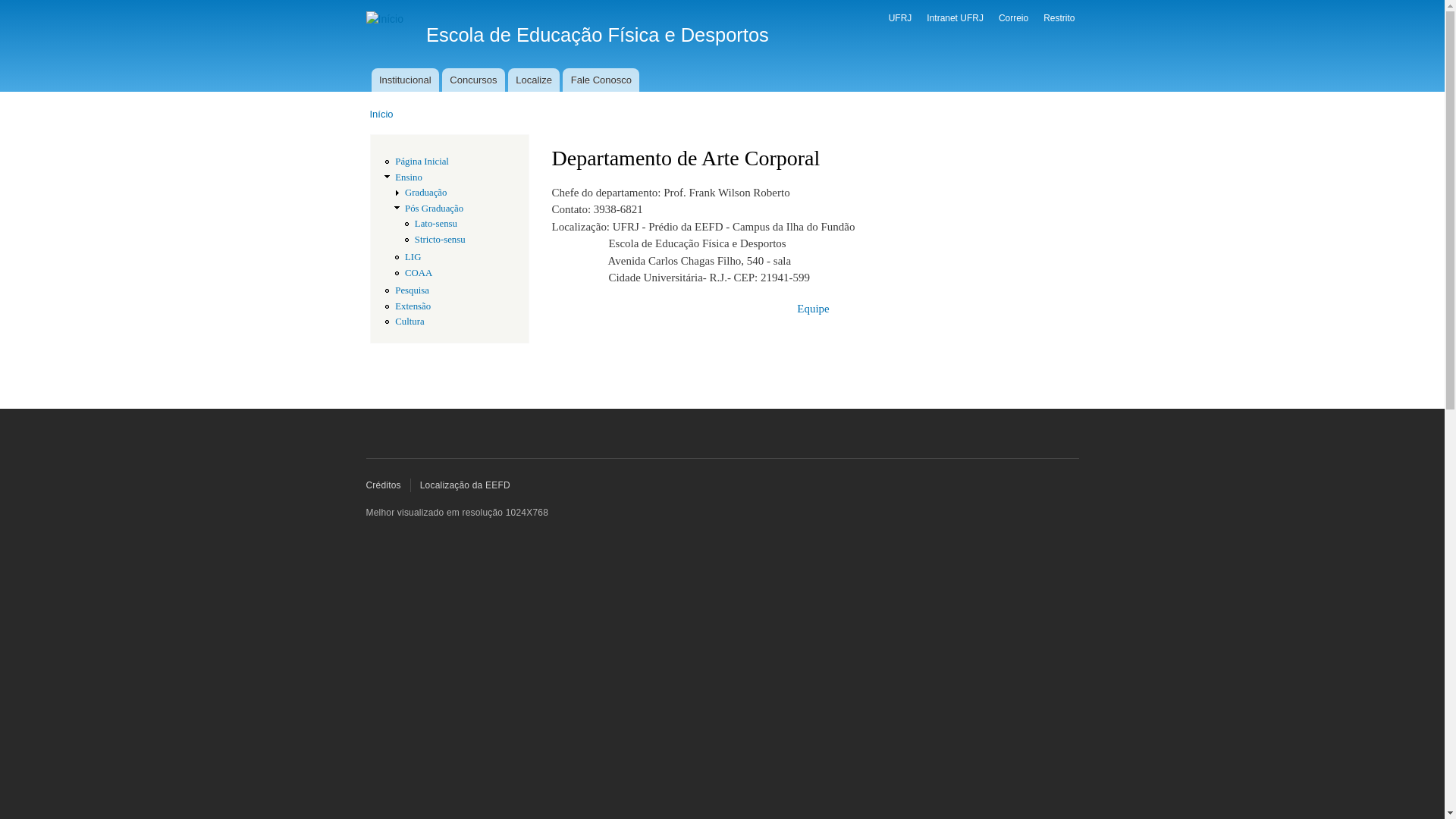 This screenshot has width=1456, height=819. What do you see at coordinates (395, 177) in the screenshot?
I see `'Ensino'` at bounding box center [395, 177].